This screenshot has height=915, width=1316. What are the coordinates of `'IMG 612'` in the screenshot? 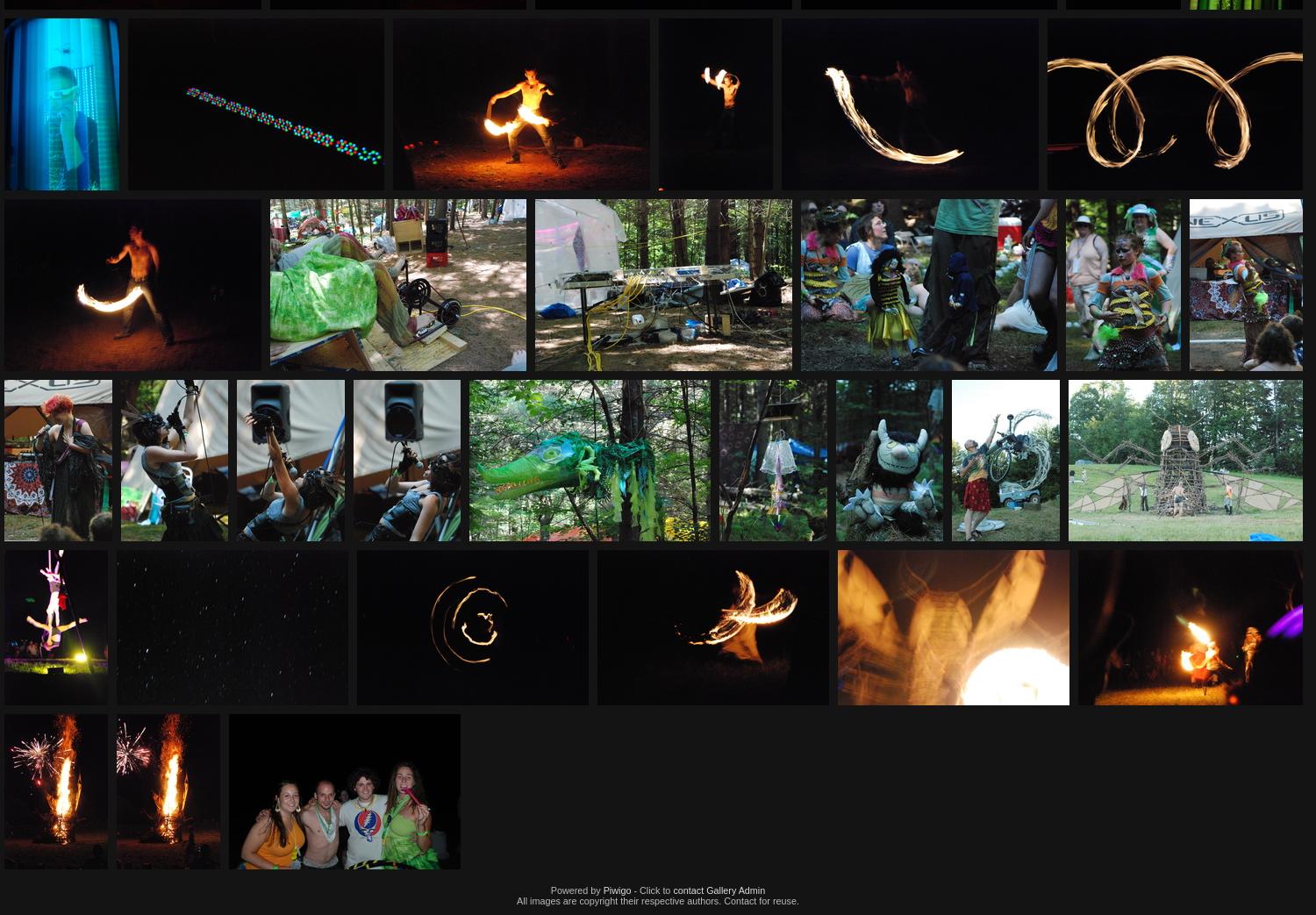 It's located at (892, 553).